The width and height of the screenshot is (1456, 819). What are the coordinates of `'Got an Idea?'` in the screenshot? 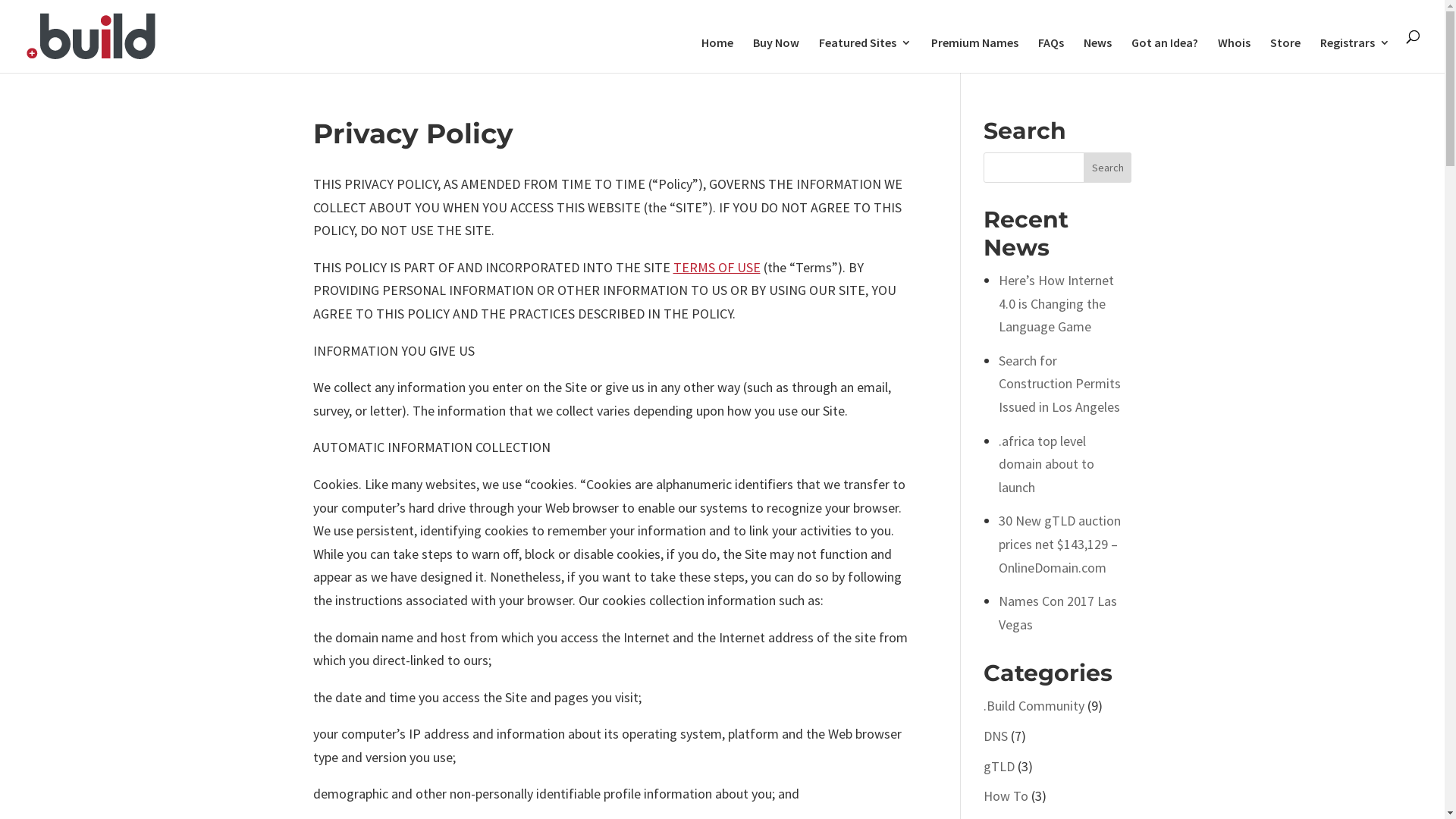 It's located at (1164, 54).